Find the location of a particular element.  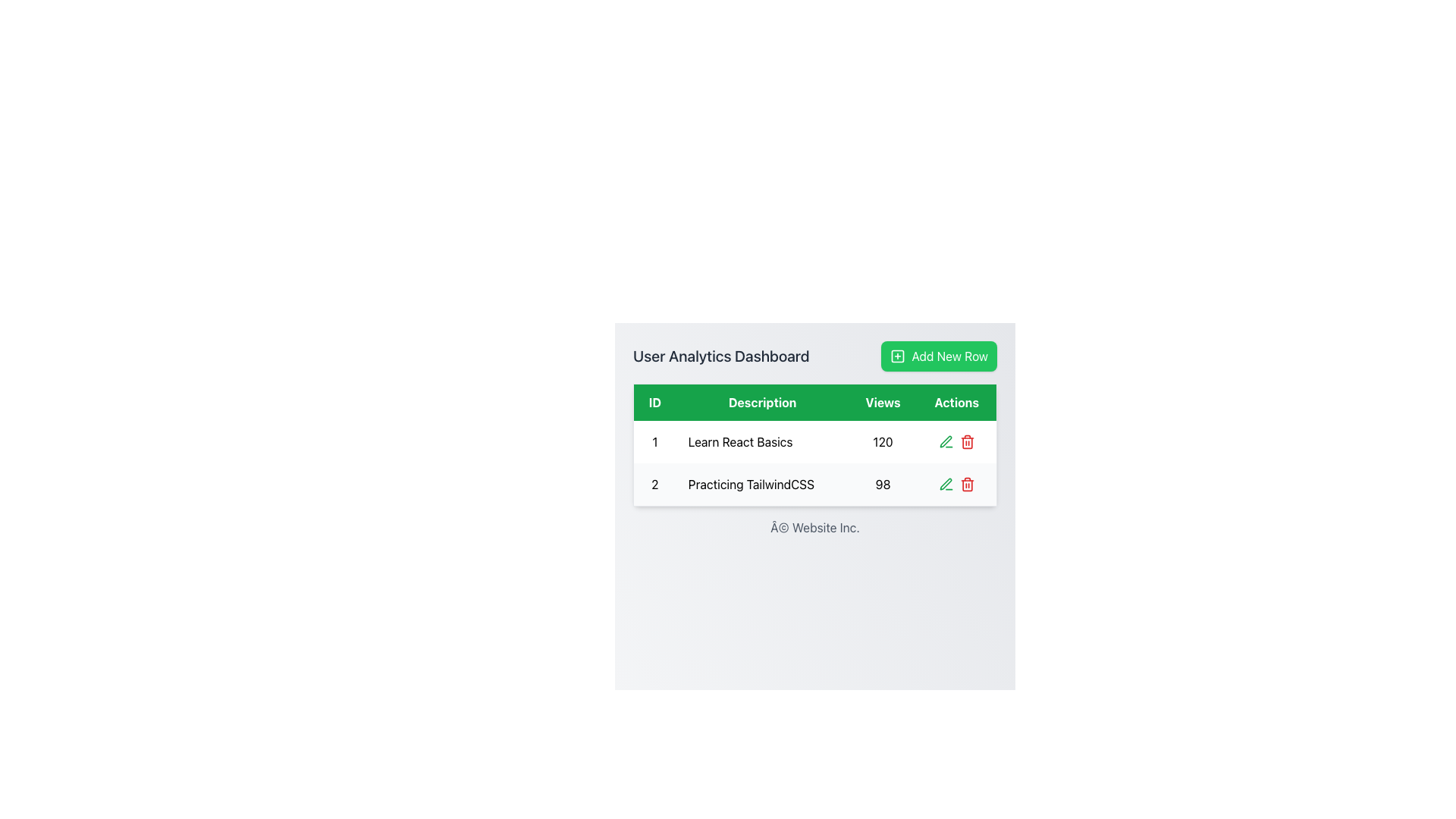

the Static Text displaying 'Â© Website Inc.' which is centered horizontally near the bottom of the page is located at coordinates (814, 526).